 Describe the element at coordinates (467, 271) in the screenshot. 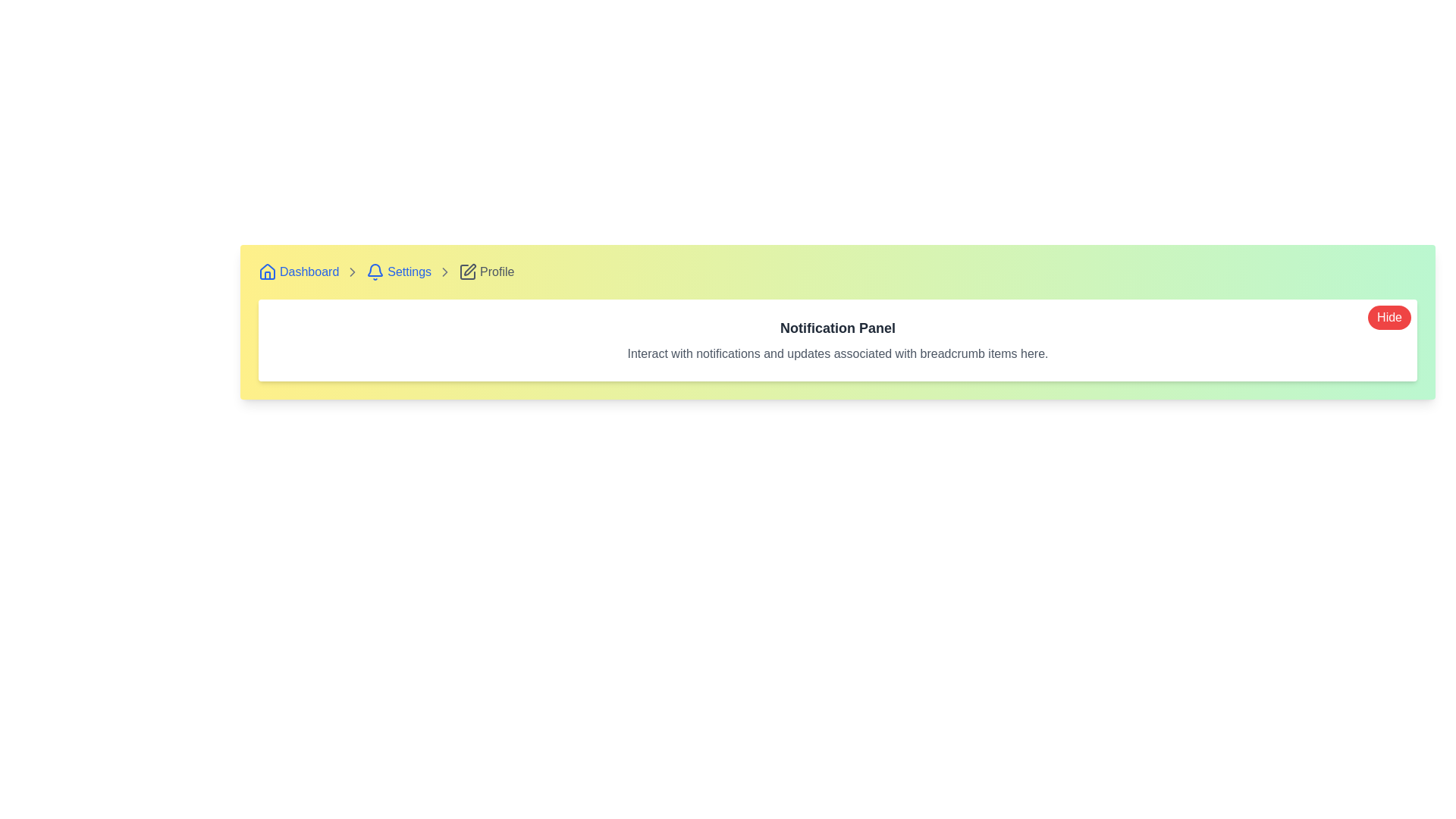

I see `the icon resembling a square with a pen symbol in the center, located in the breadcrumb navigation bar before the 'Profile' text` at that location.